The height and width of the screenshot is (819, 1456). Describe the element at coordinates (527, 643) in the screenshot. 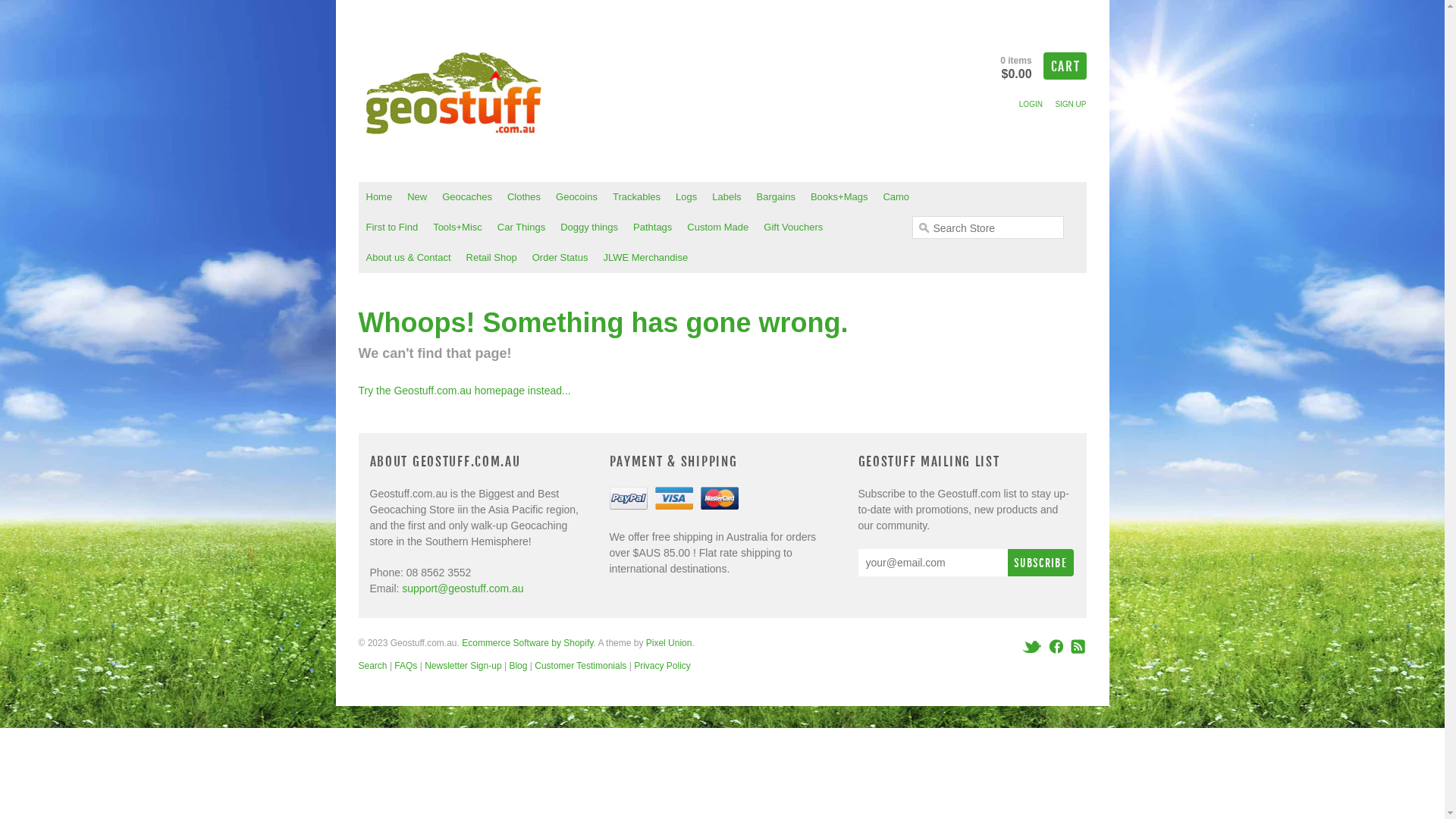

I see `'Ecommerce Software by Shopify'` at that location.